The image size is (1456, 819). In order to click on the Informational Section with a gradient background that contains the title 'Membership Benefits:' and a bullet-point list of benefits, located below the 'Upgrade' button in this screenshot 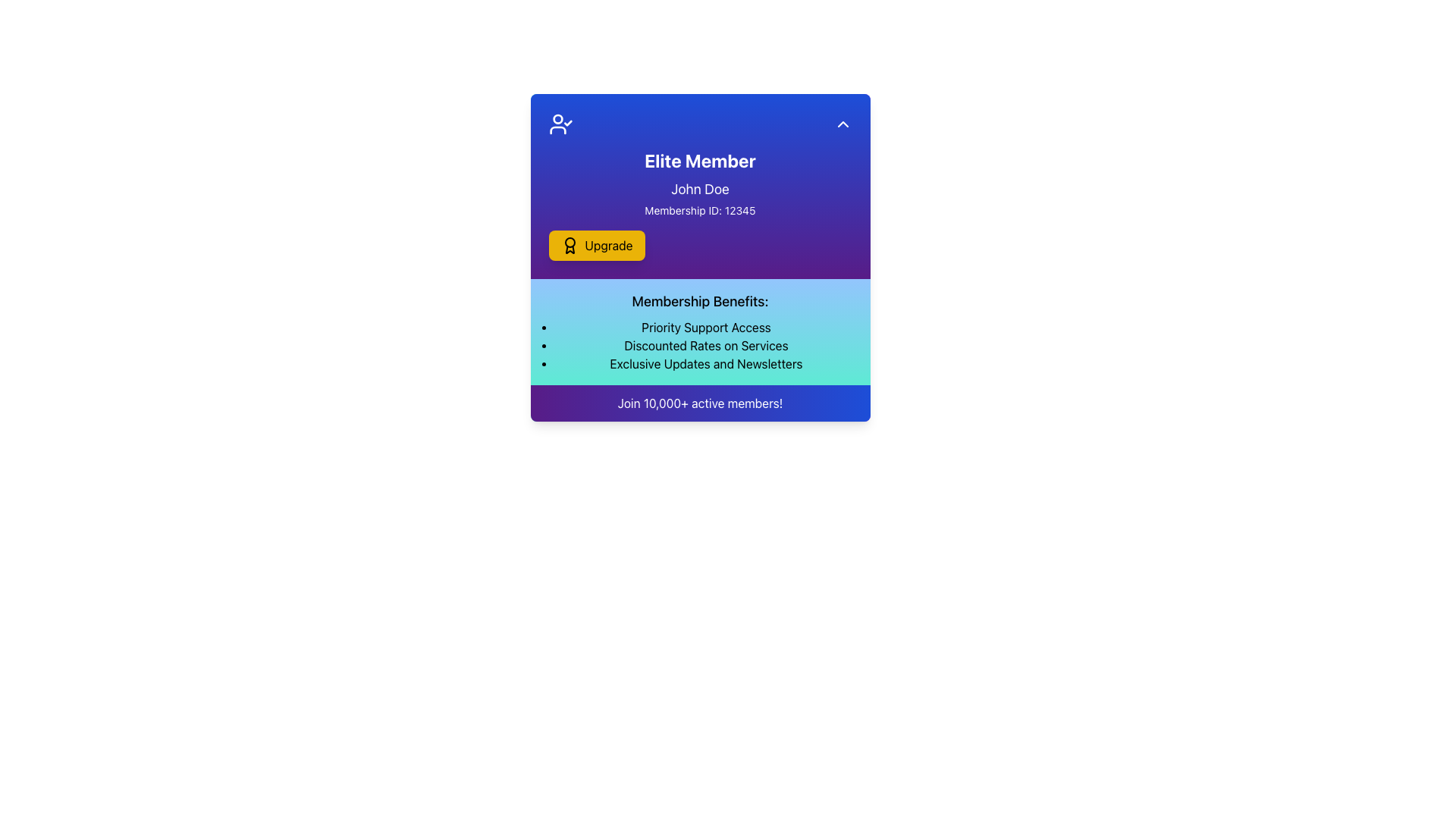, I will do `click(699, 331)`.